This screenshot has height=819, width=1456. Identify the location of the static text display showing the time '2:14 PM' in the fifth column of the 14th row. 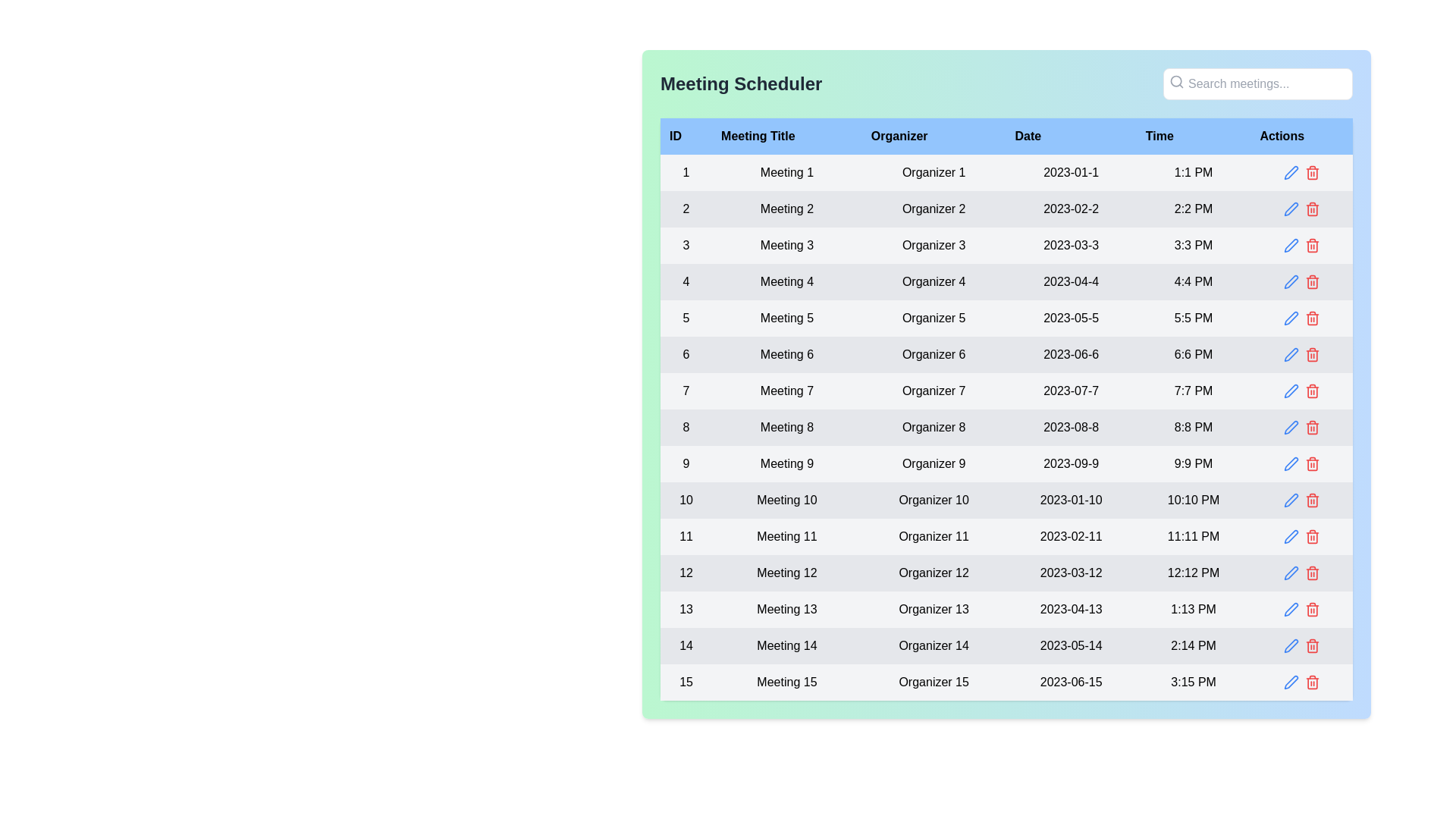
(1193, 646).